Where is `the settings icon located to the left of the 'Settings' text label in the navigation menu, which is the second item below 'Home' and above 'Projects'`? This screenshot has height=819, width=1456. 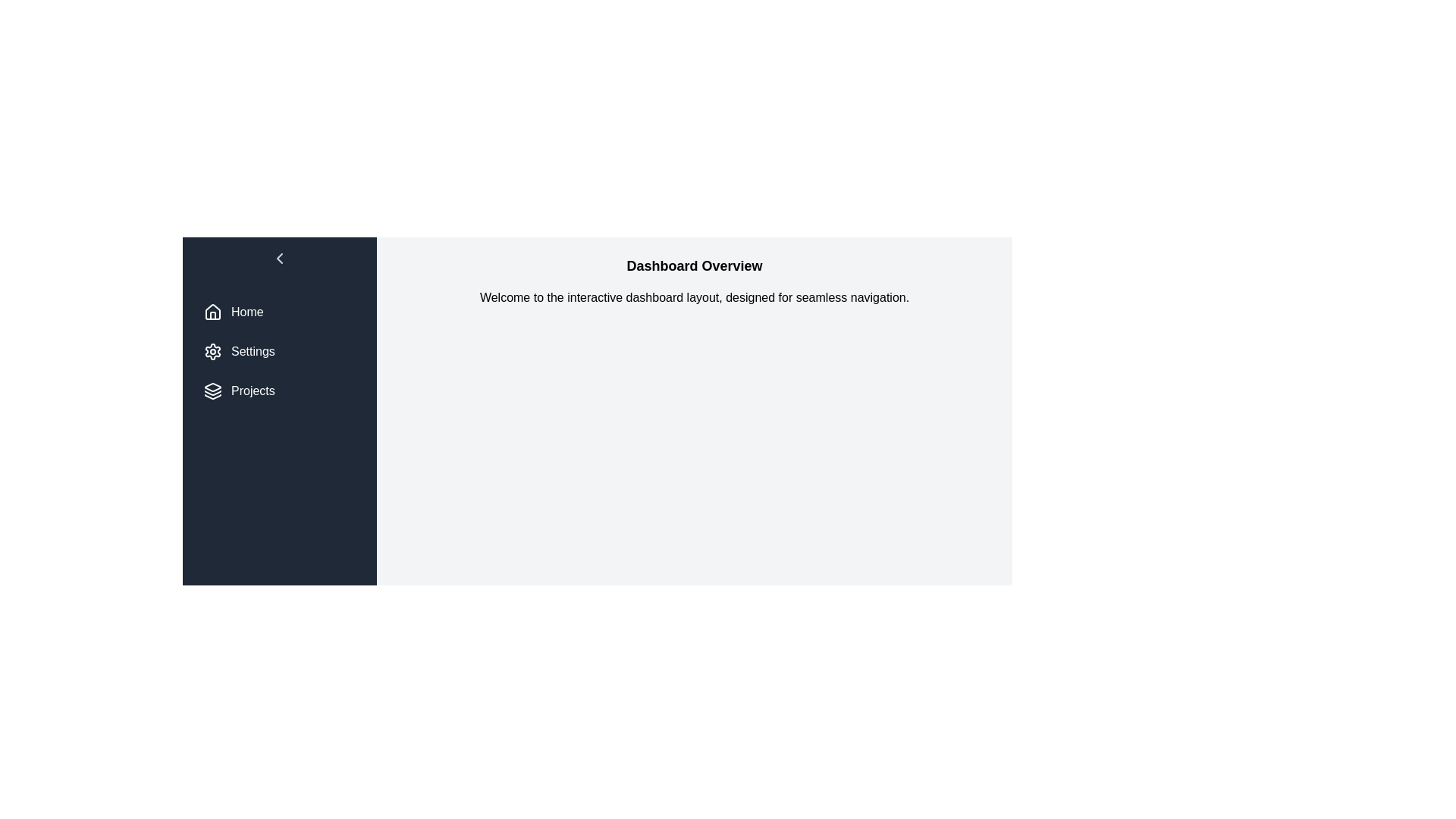
the settings icon located to the left of the 'Settings' text label in the navigation menu, which is the second item below 'Home' and above 'Projects' is located at coordinates (212, 351).